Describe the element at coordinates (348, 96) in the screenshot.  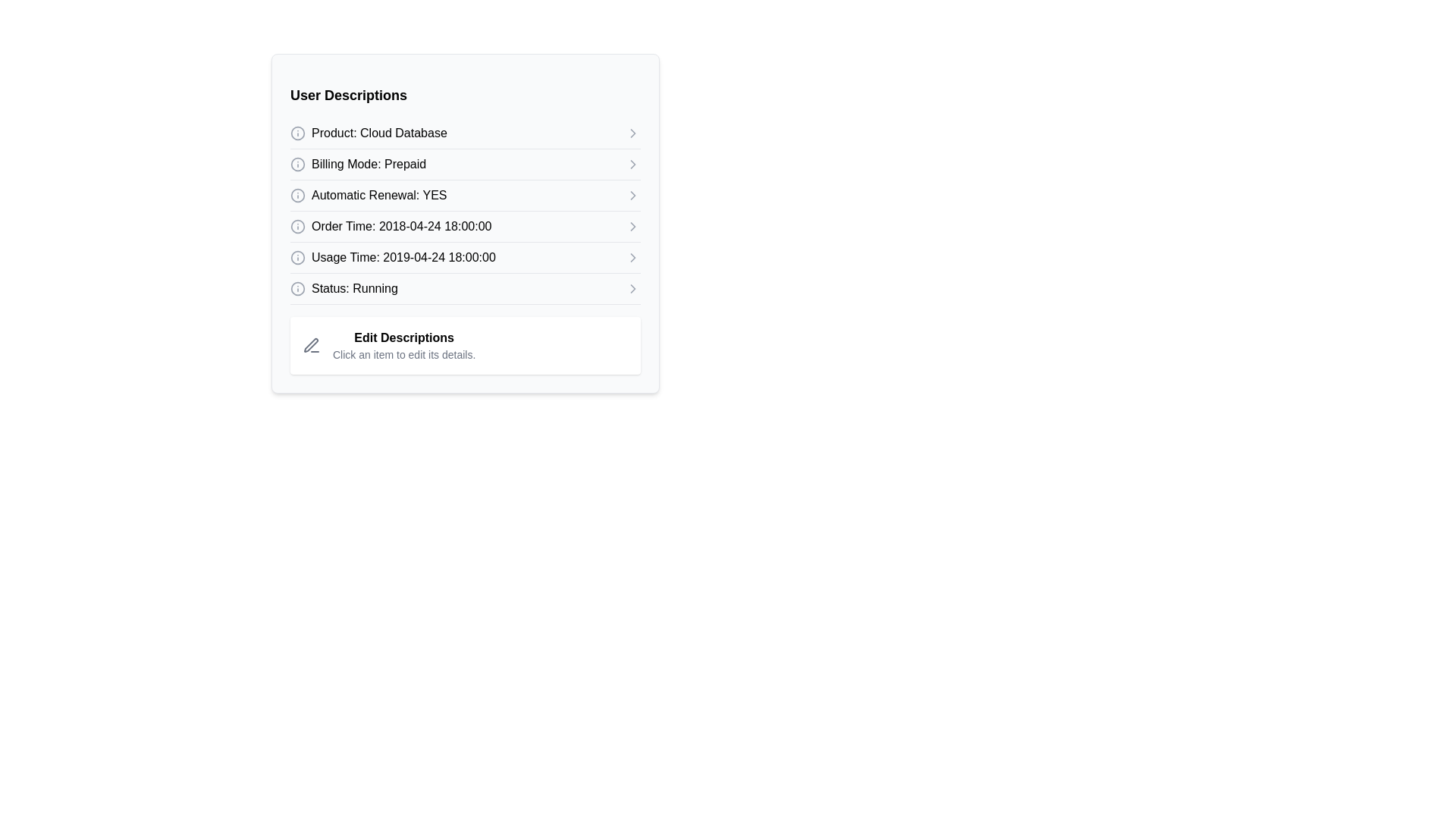
I see `the static text element displaying the bold heading 'User Descriptions', which is positioned at the top of a card-like section` at that location.